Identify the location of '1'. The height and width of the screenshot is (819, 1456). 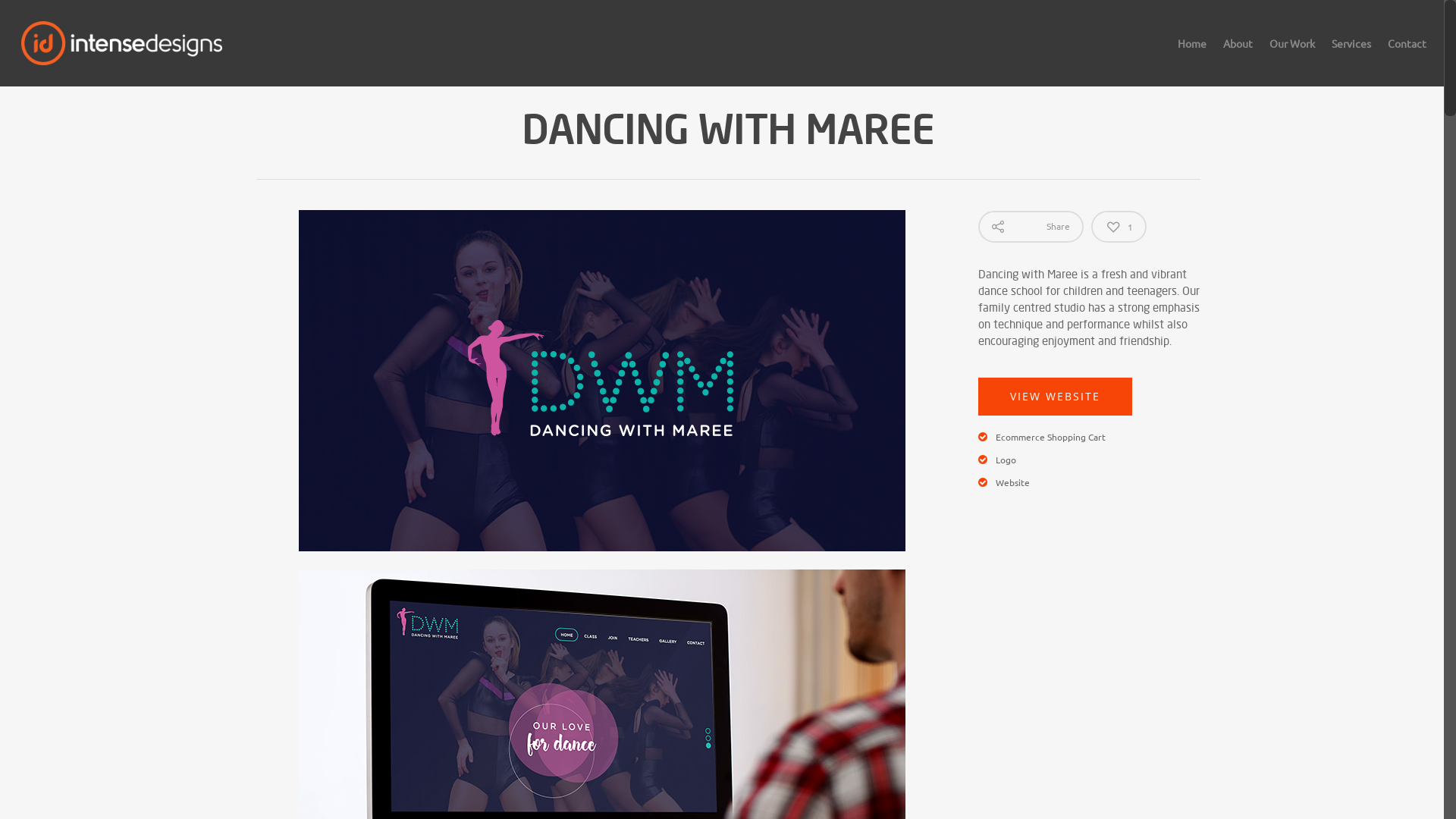
(1119, 227).